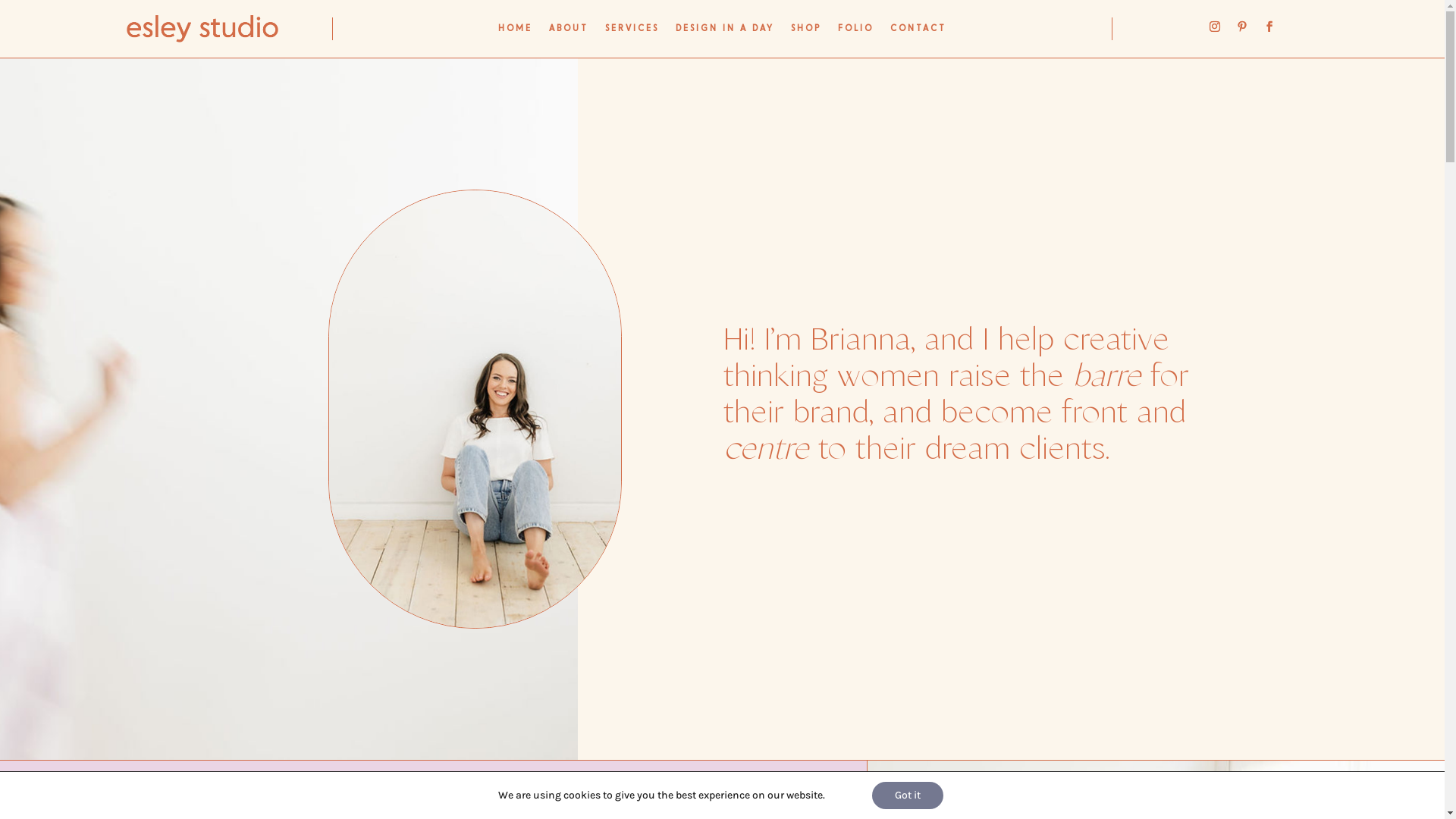 Image resolution: width=1456 pixels, height=819 pixels. What do you see at coordinates (805, 32) in the screenshot?
I see `'SHOP'` at bounding box center [805, 32].